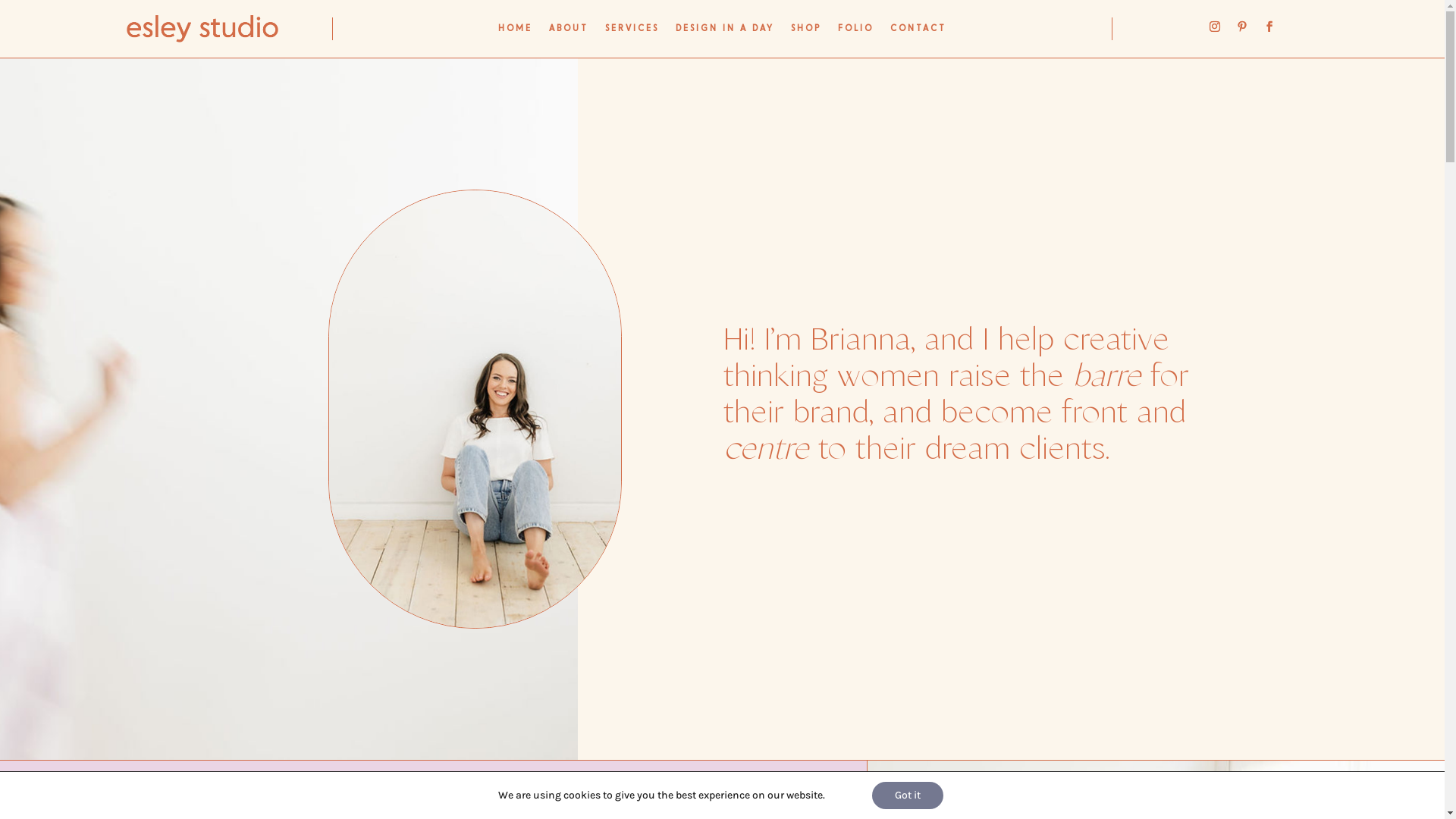 Image resolution: width=1456 pixels, height=819 pixels. What do you see at coordinates (805, 32) in the screenshot?
I see `'SHOP'` at bounding box center [805, 32].